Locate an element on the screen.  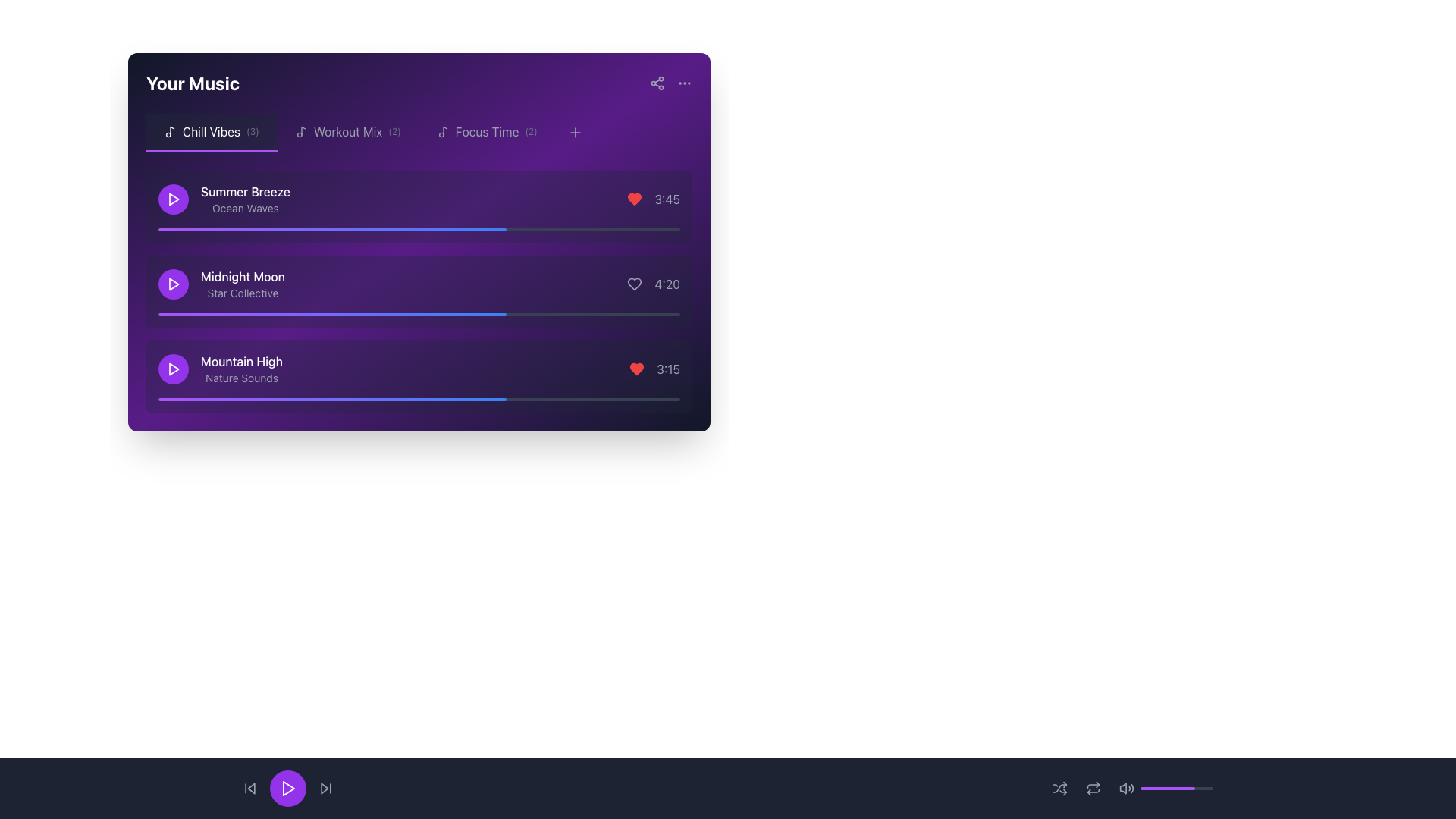
the text label displaying 'Star Collective', which is located below the title 'Midnight Moon' in the 'Your Music' section is located at coordinates (243, 293).